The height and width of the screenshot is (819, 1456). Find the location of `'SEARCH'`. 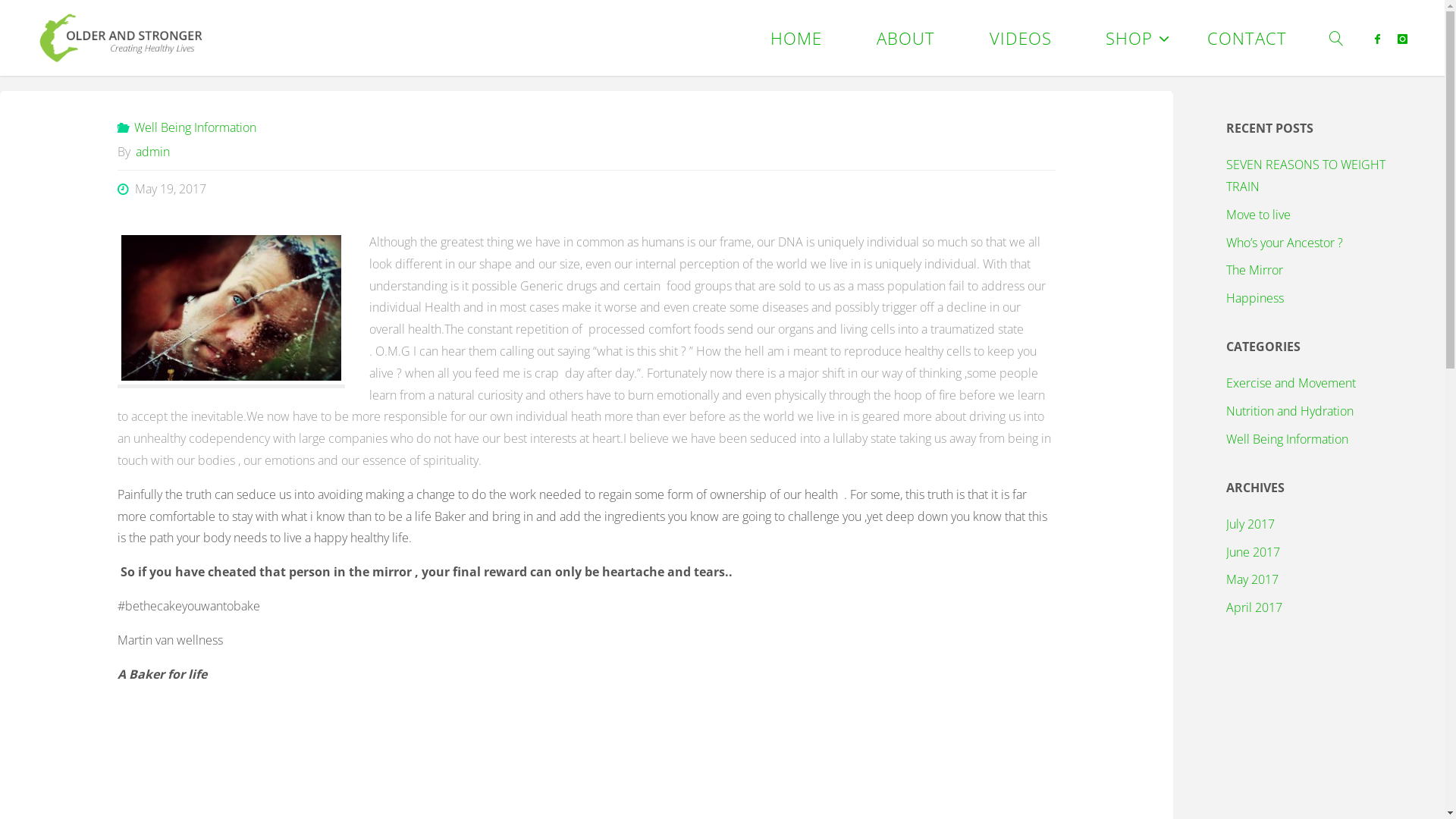

'SEARCH' is located at coordinates (1337, 37).